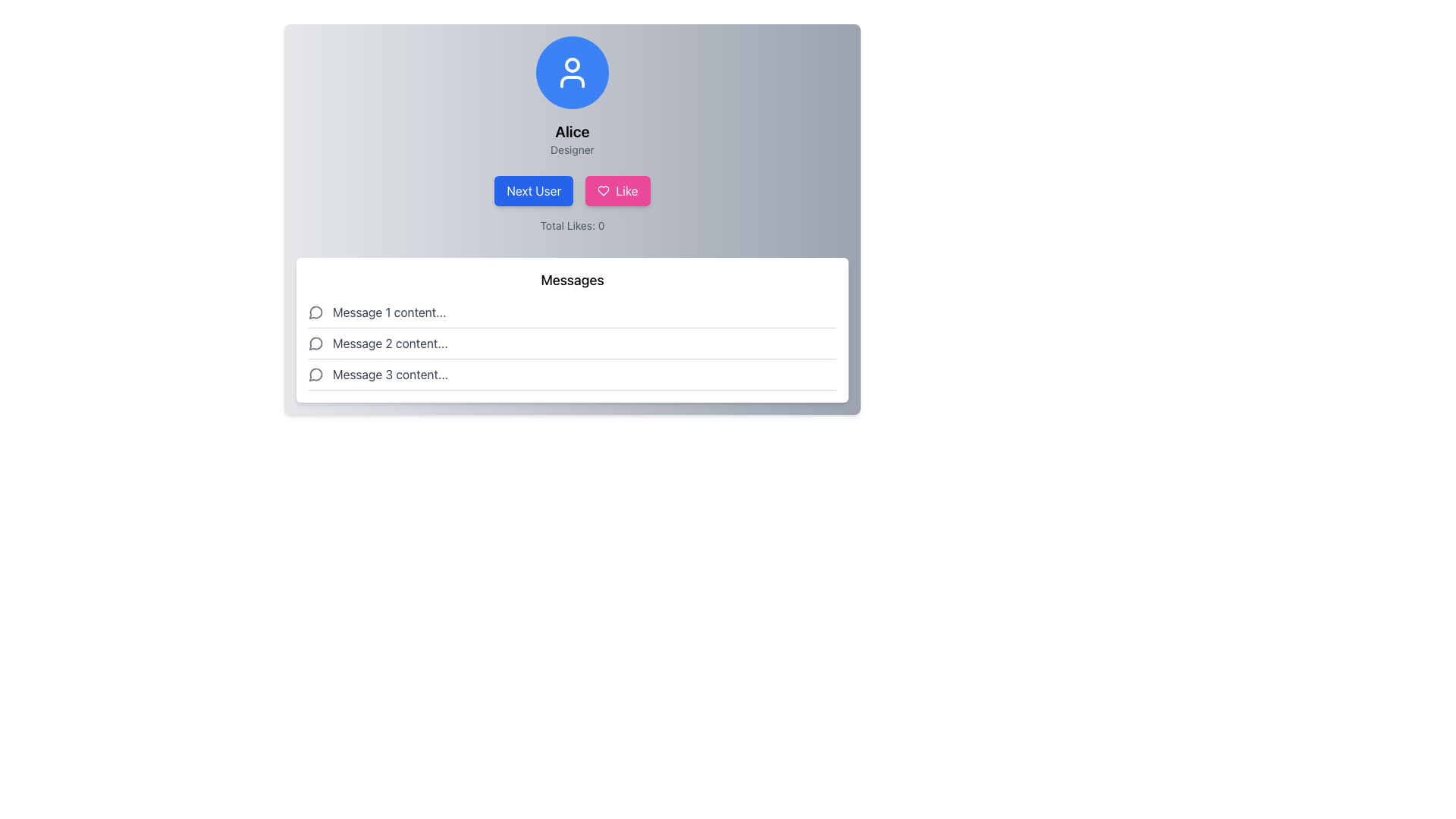 The width and height of the screenshot is (1456, 819). What do you see at coordinates (315, 343) in the screenshot?
I see `the speech bubble icon that is gray and minimalist, located to the left of 'Message 2 content...' in the list of messages` at bounding box center [315, 343].